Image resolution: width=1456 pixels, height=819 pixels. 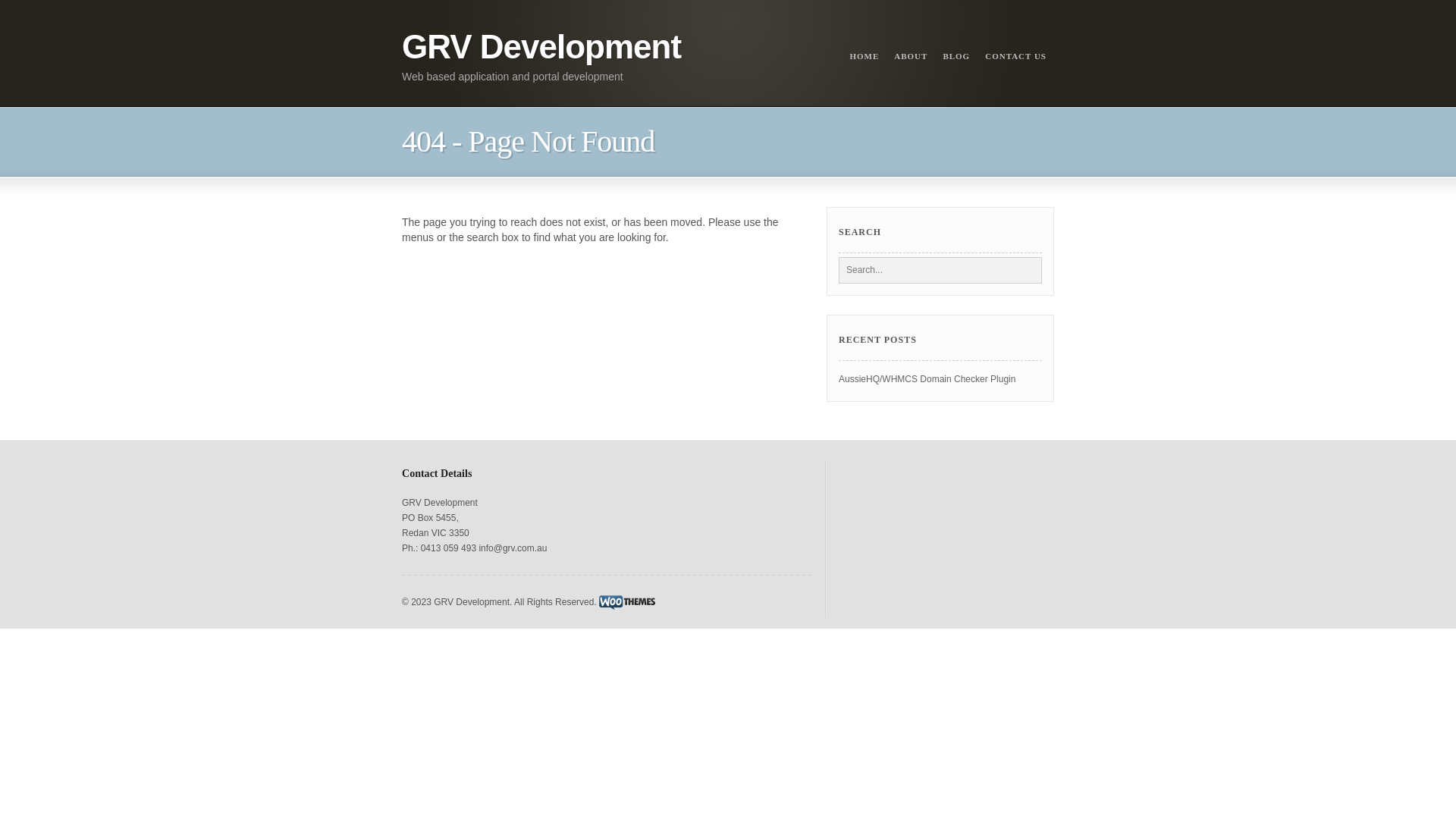 What do you see at coordinates (886, 55) in the screenshot?
I see `'ABOUT'` at bounding box center [886, 55].